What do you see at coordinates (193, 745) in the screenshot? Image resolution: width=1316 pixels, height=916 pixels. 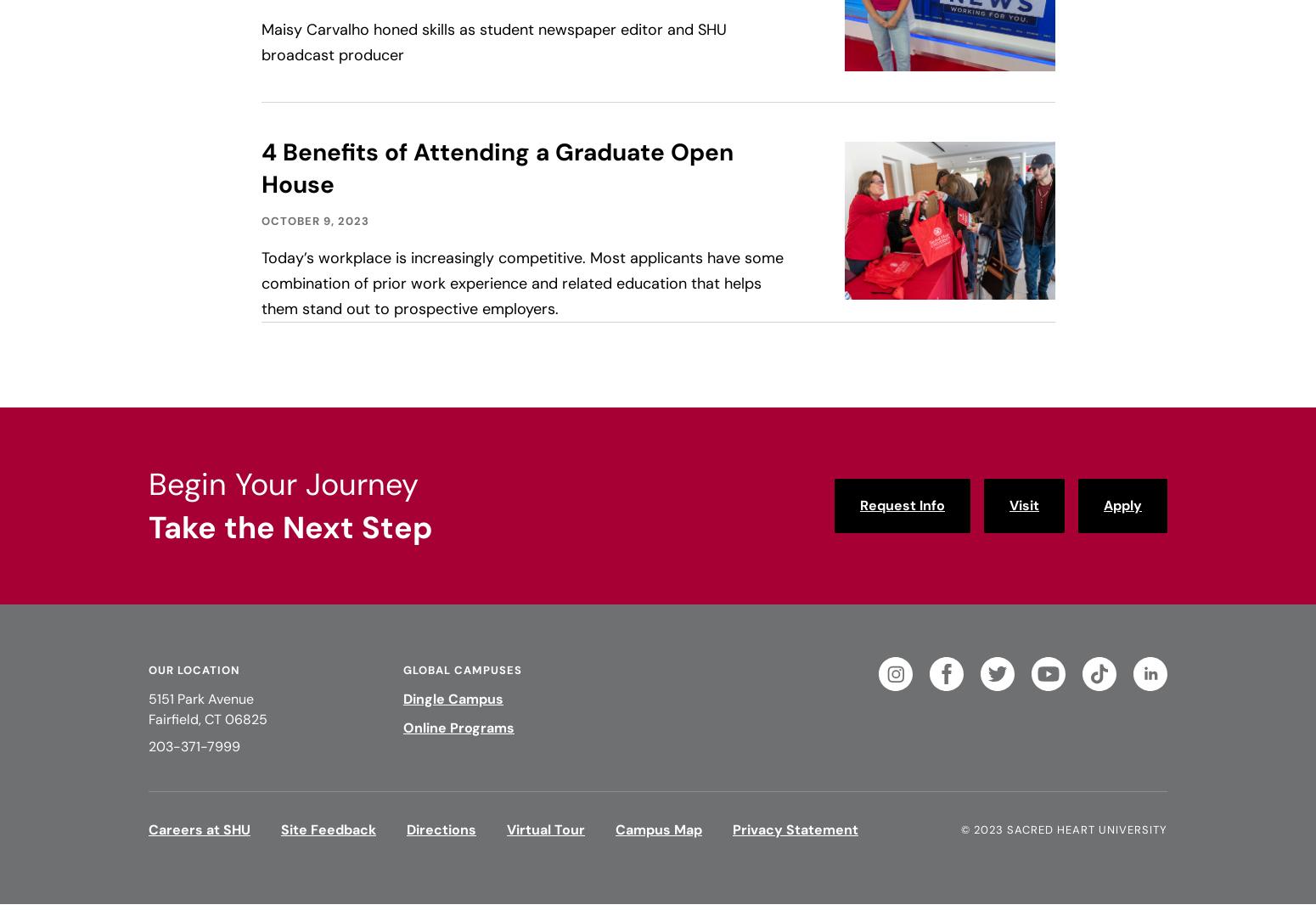 I see `'203-371-7999'` at bounding box center [193, 745].